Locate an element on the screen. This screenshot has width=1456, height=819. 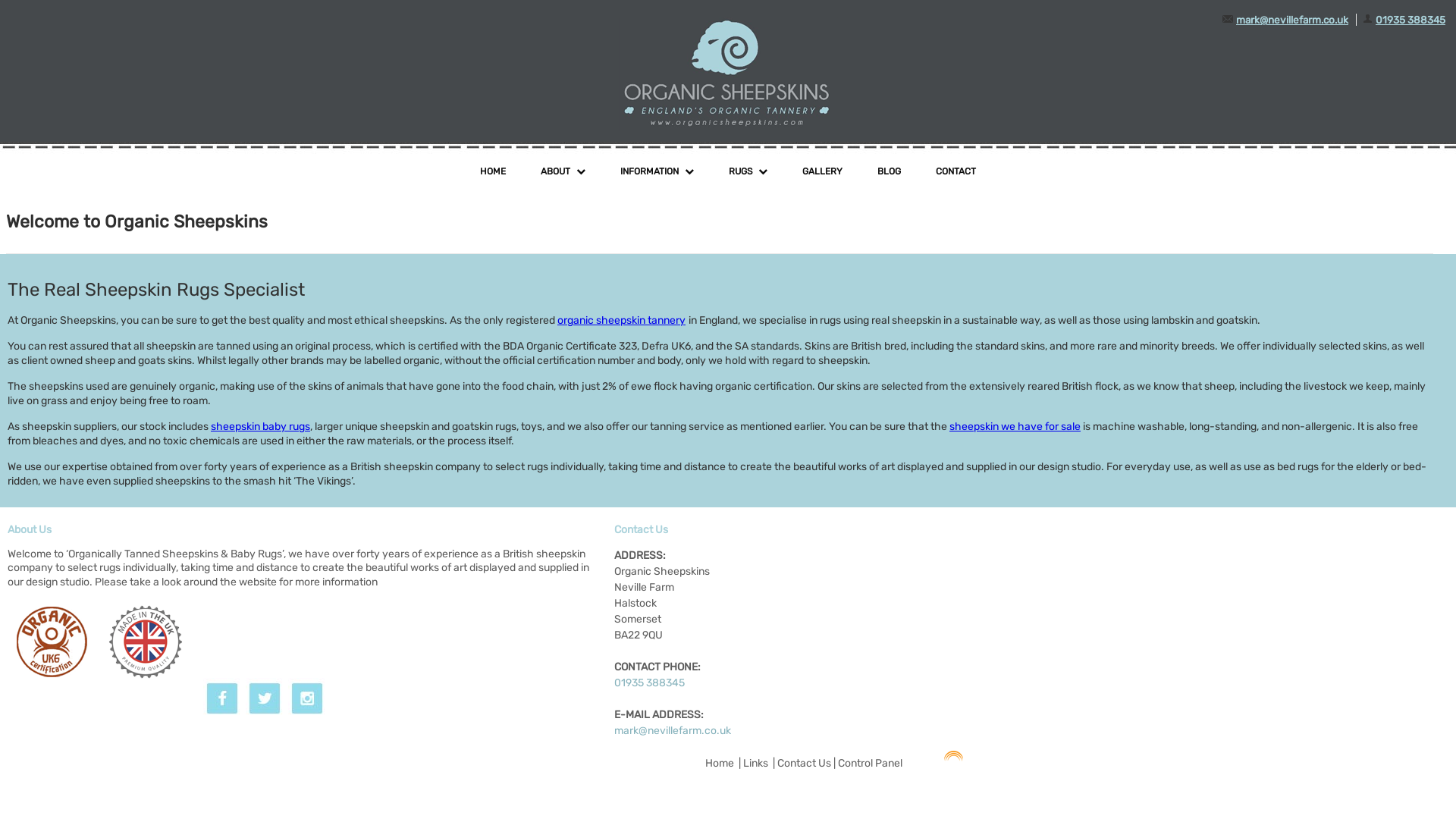
'HOME' is located at coordinates (492, 171).